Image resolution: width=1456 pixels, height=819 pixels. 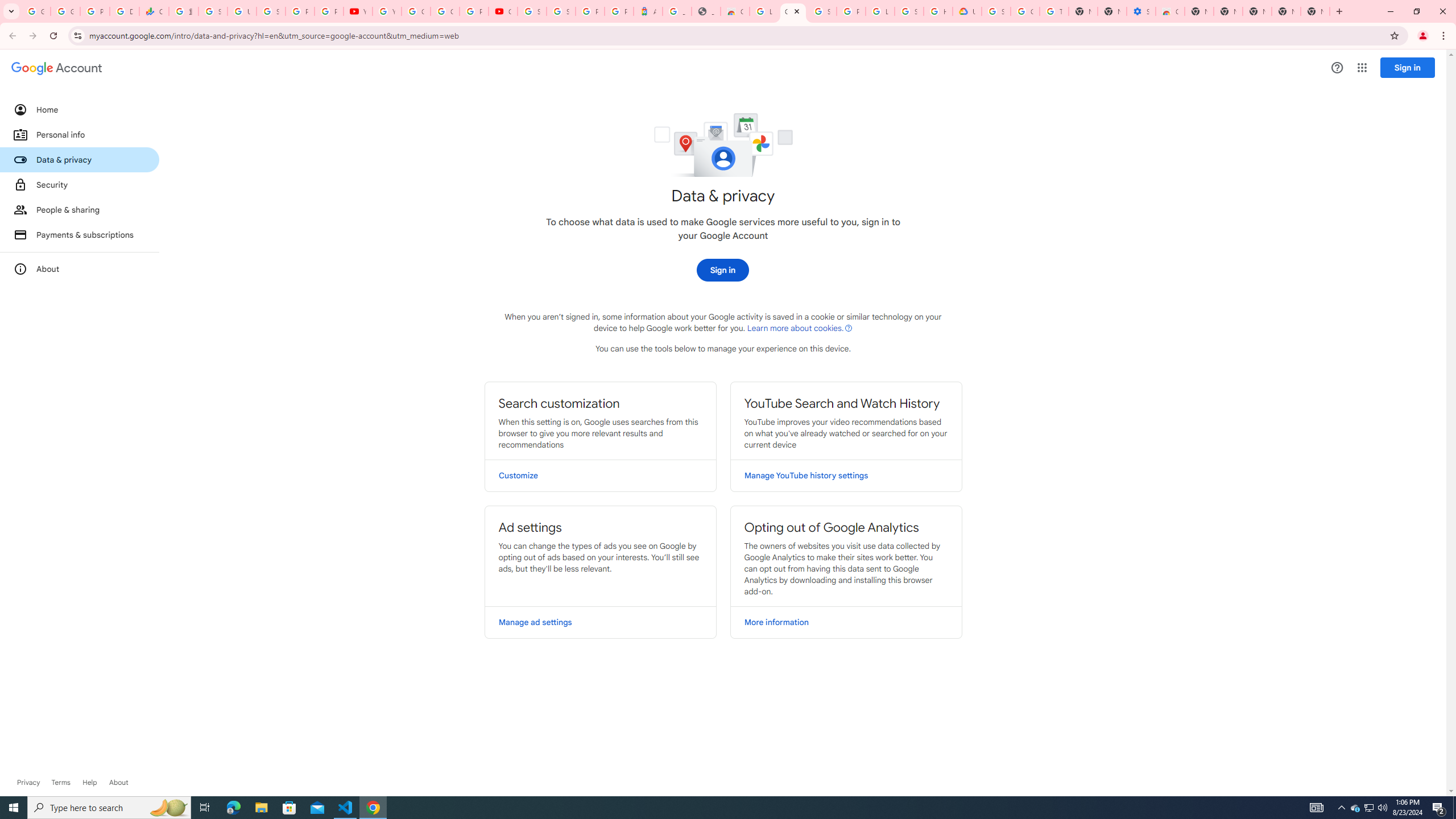 What do you see at coordinates (78, 134) in the screenshot?
I see `'Personal info'` at bounding box center [78, 134].